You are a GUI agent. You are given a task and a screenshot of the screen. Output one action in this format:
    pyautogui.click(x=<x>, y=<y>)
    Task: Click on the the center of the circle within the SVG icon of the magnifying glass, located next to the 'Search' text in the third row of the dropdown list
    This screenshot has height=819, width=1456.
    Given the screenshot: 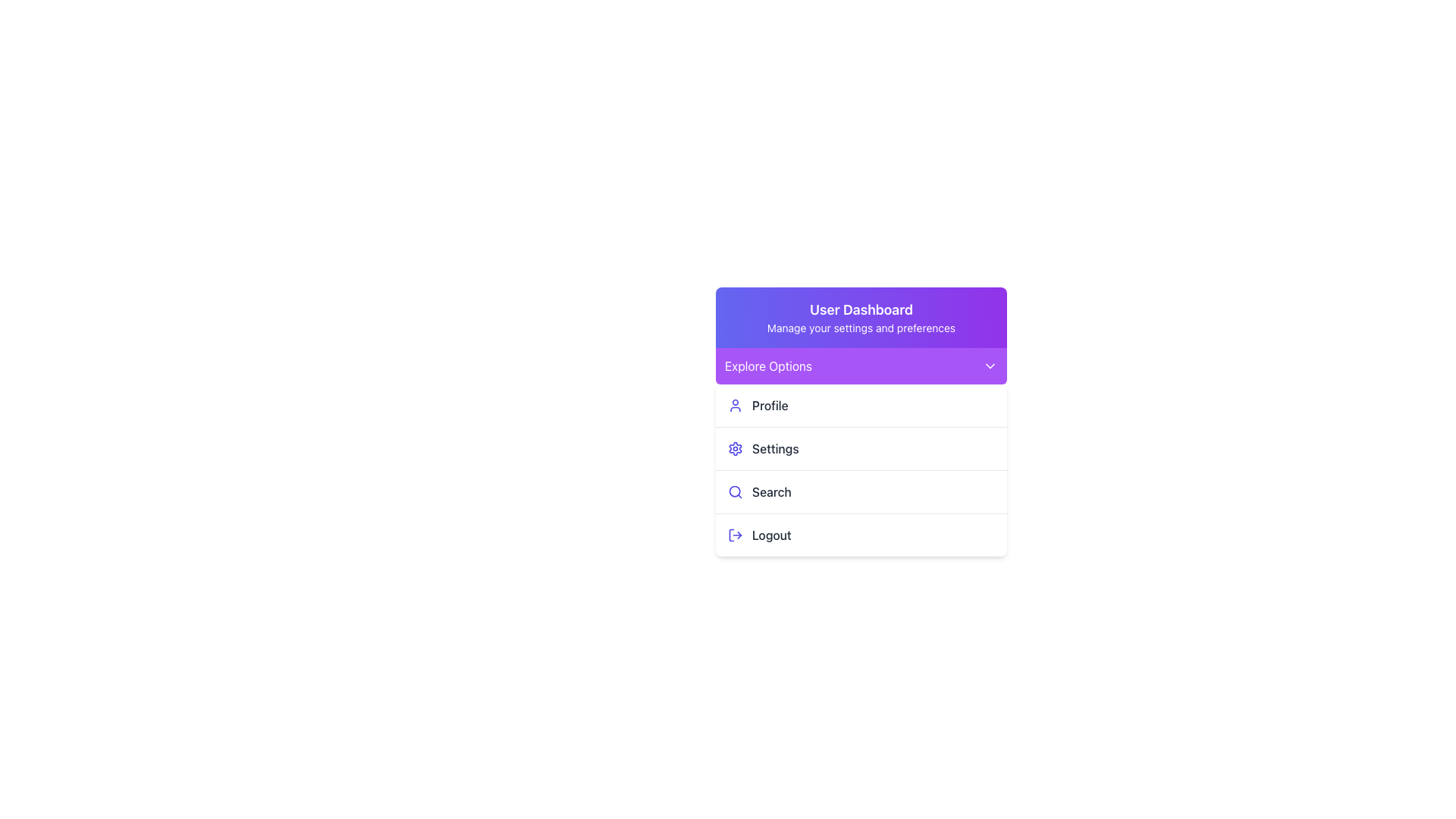 What is the action you would take?
    pyautogui.click(x=735, y=491)
    